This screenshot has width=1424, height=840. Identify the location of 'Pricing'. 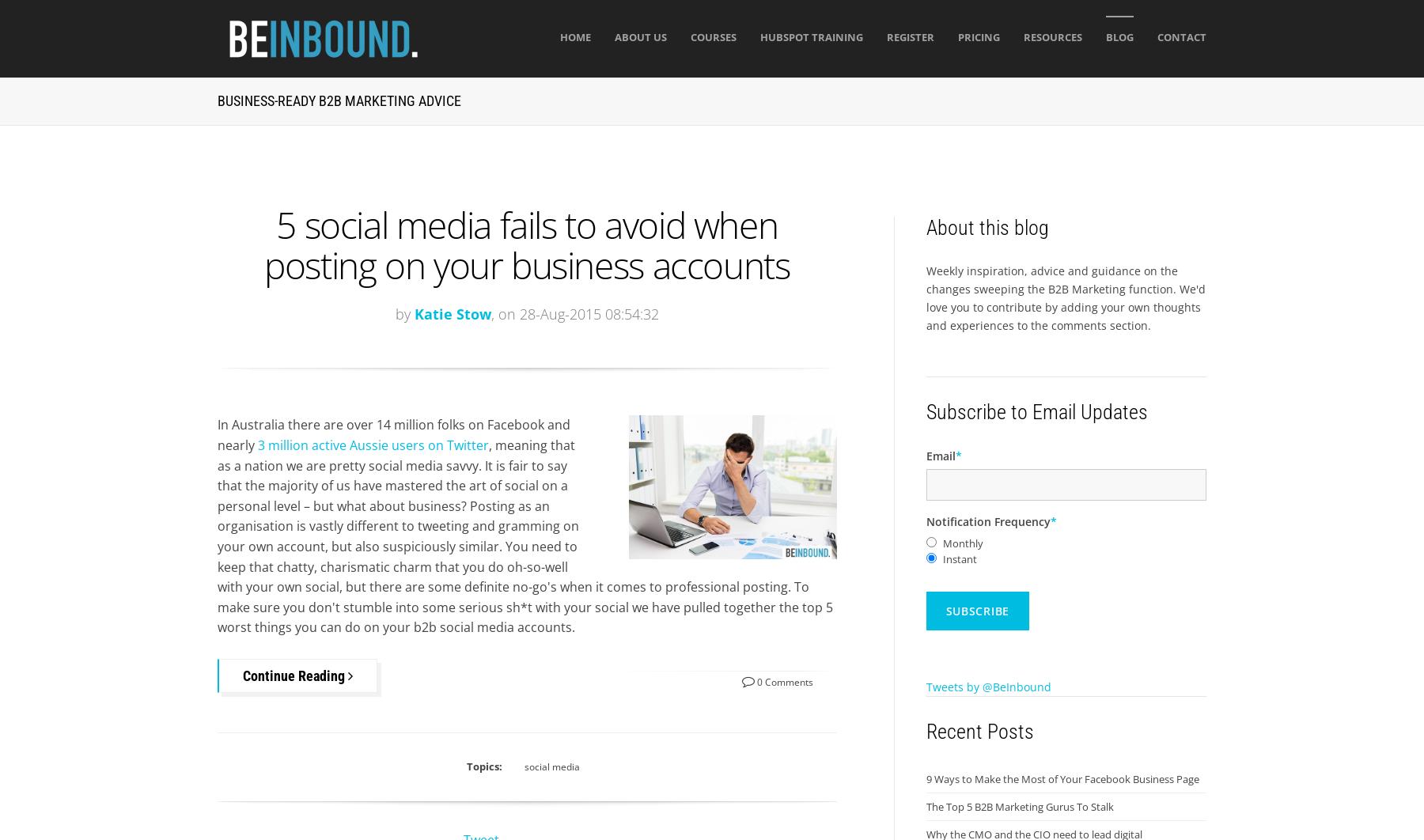
(977, 37).